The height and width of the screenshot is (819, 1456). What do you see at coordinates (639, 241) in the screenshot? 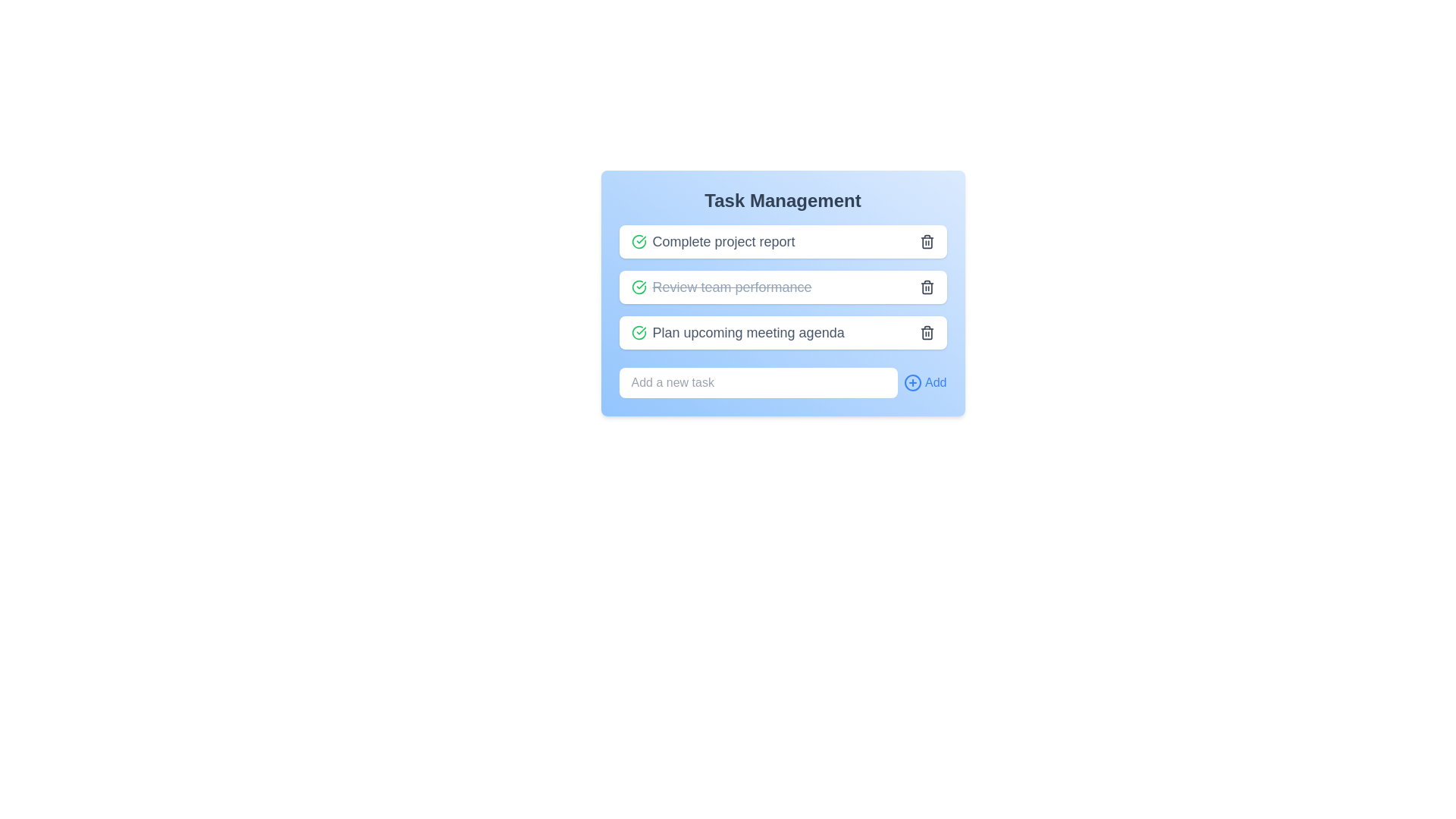
I see `the check icon representing the completed status for the 'Complete project report' task in the first task row` at bounding box center [639, 241].